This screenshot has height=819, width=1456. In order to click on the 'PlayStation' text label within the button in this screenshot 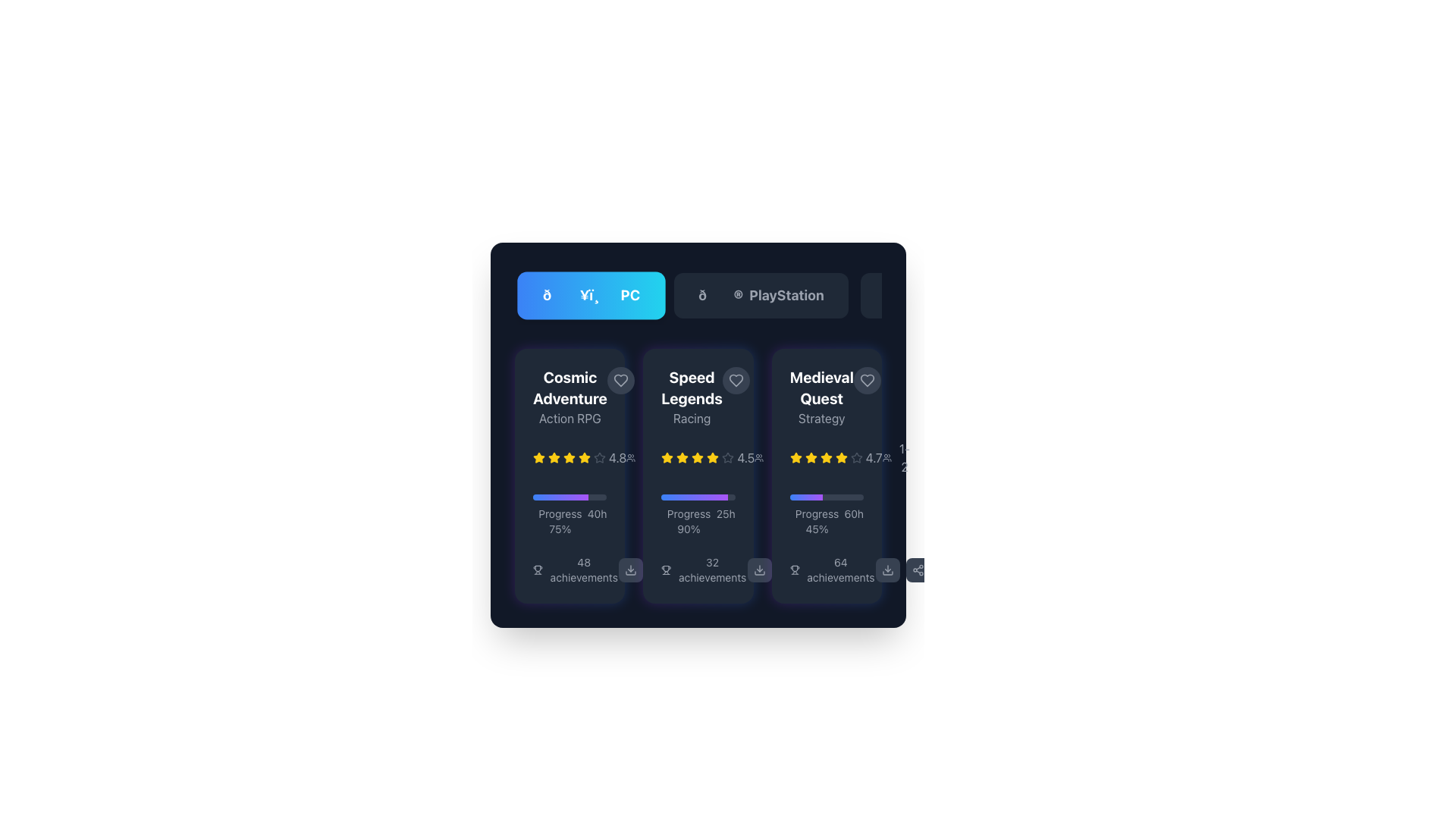, I will do `click(786, 295)`.